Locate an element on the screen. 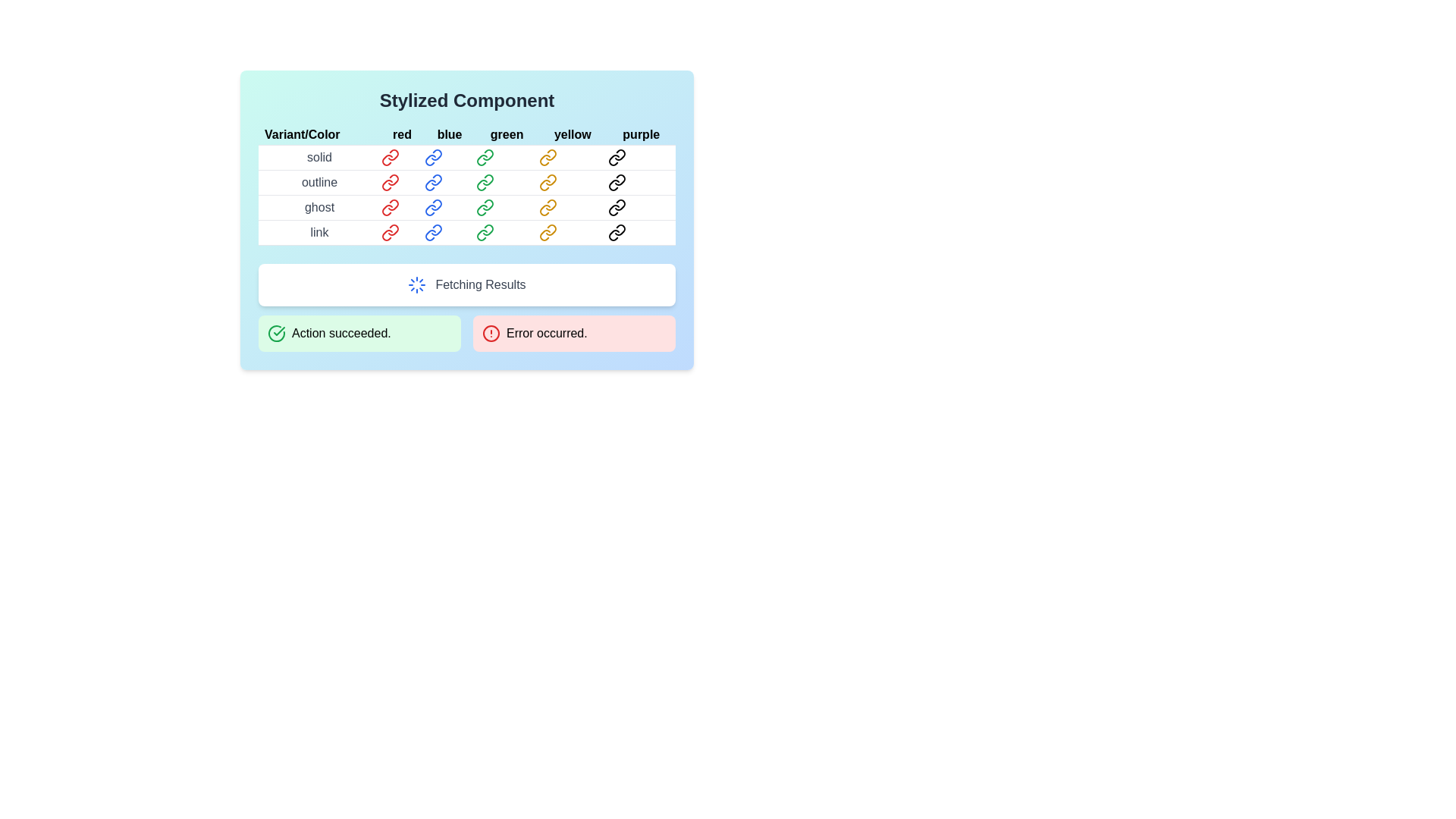 The image size is (1456, 819). the green link icon styled with modern SVG line art located in the 'green' column under the 'solid' row of the main table is located at coordinates (485, 158).